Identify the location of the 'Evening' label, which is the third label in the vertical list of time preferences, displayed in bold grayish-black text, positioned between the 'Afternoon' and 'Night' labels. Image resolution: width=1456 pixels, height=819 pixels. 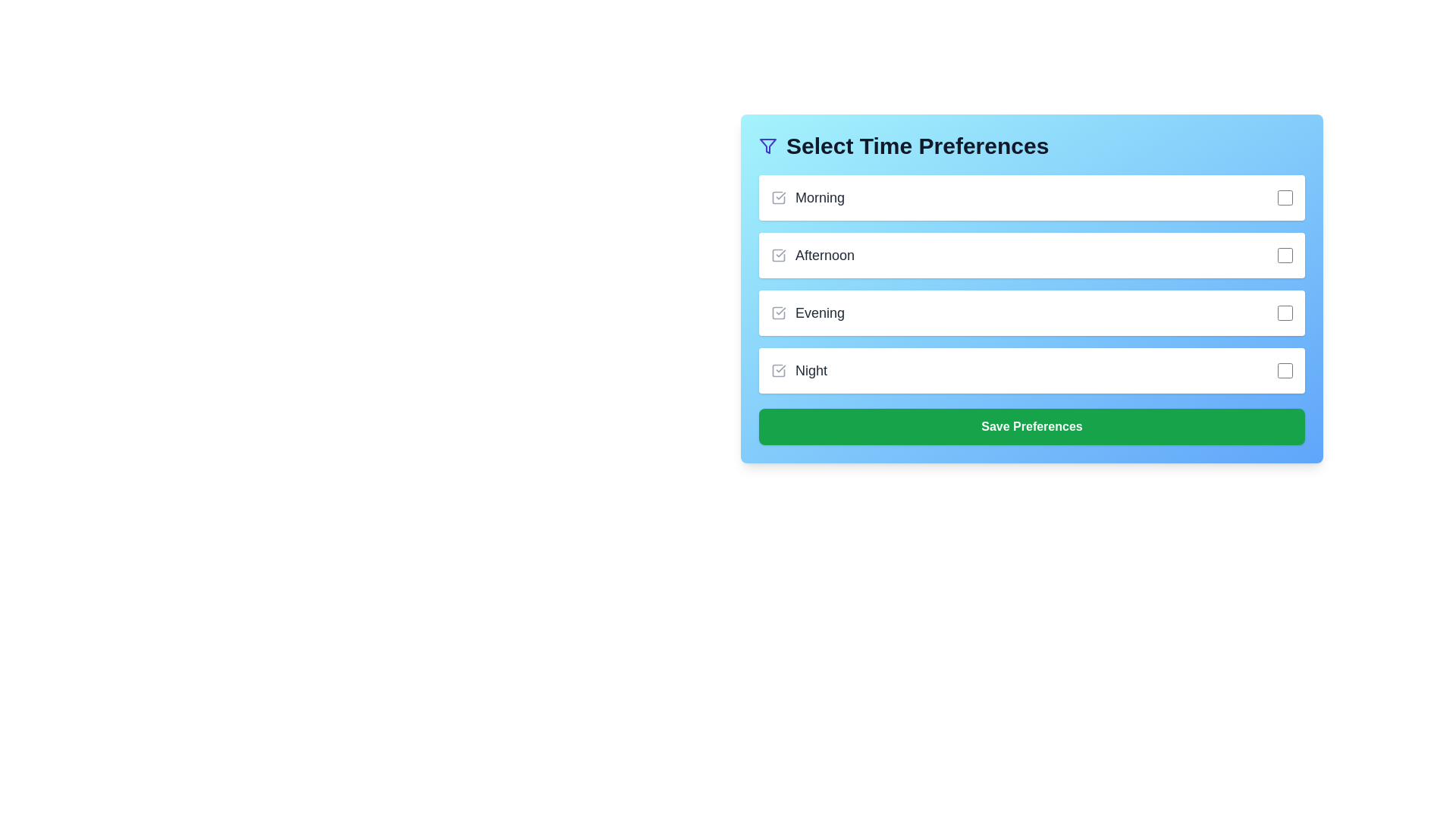
(819, 312).